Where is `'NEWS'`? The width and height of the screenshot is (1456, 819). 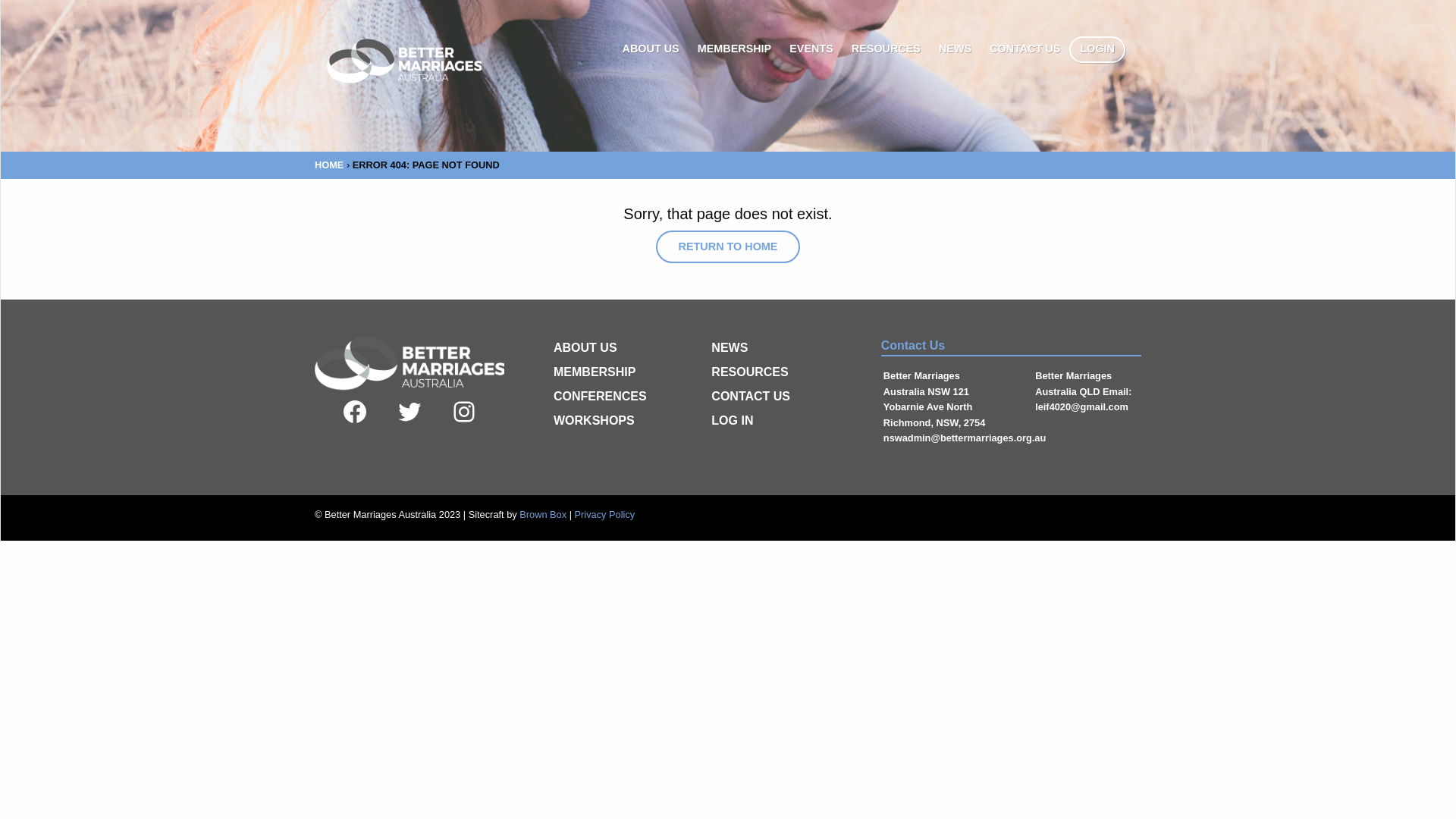 'NEWS' is located at coordinates (928, 49).